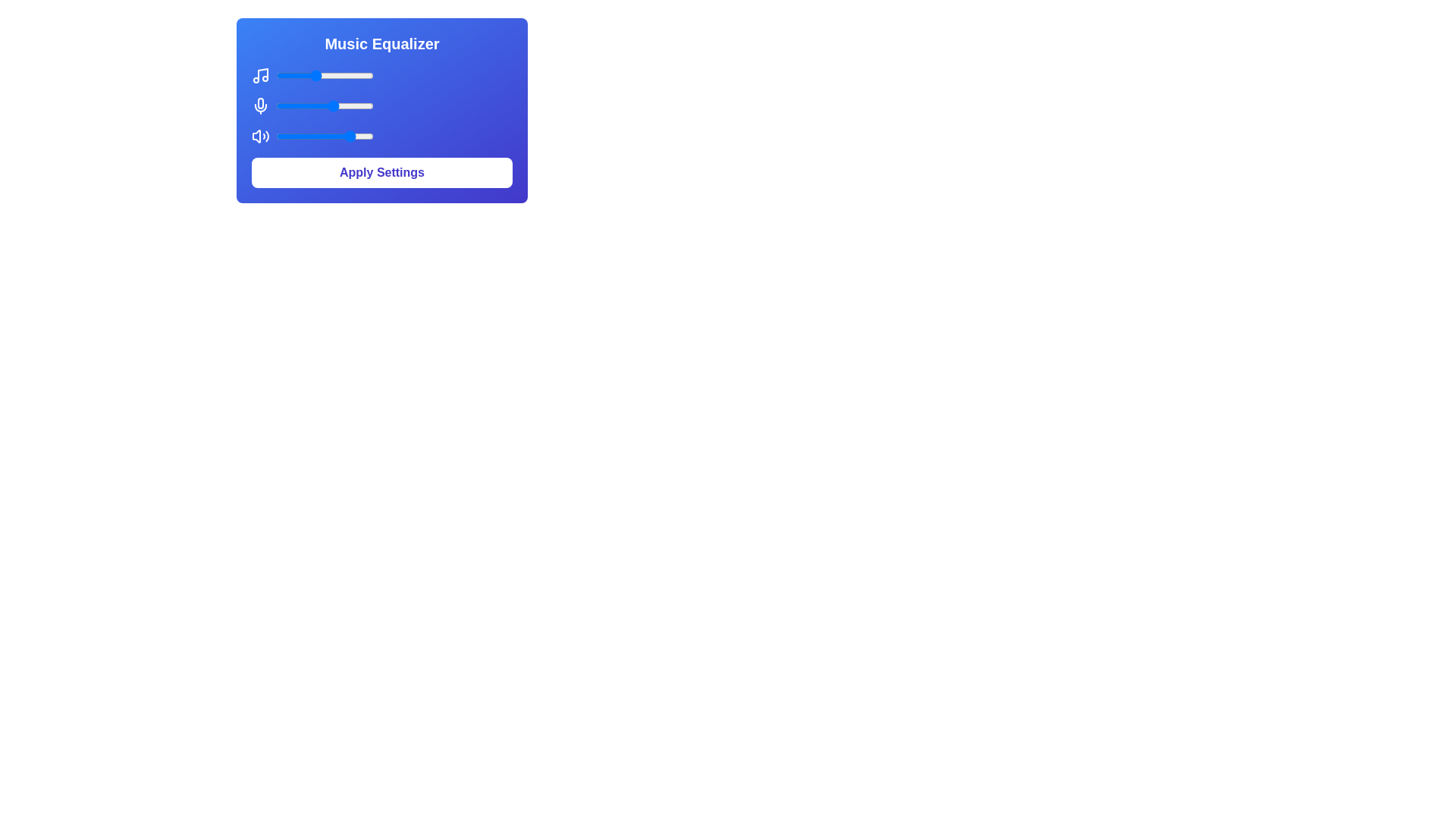  I want to click on the volume, so click(294, 136).